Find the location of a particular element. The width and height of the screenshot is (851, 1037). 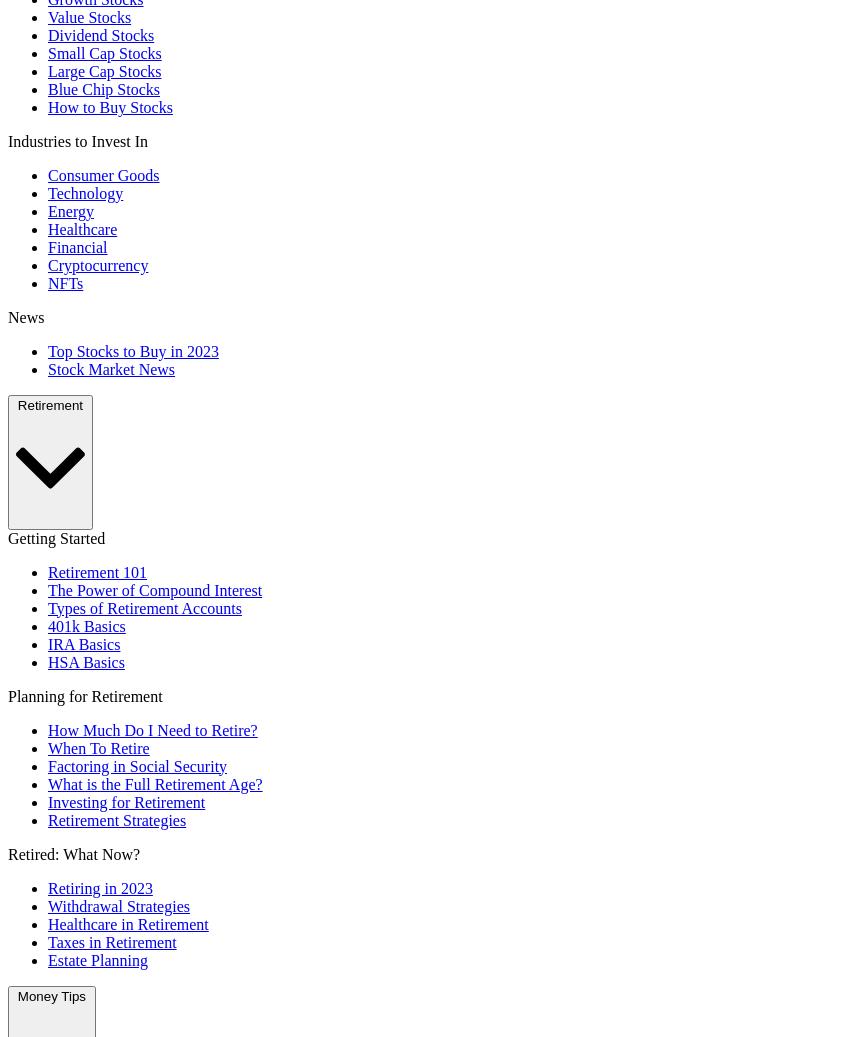

'Healthcare' is located at coordinates (81, 228).